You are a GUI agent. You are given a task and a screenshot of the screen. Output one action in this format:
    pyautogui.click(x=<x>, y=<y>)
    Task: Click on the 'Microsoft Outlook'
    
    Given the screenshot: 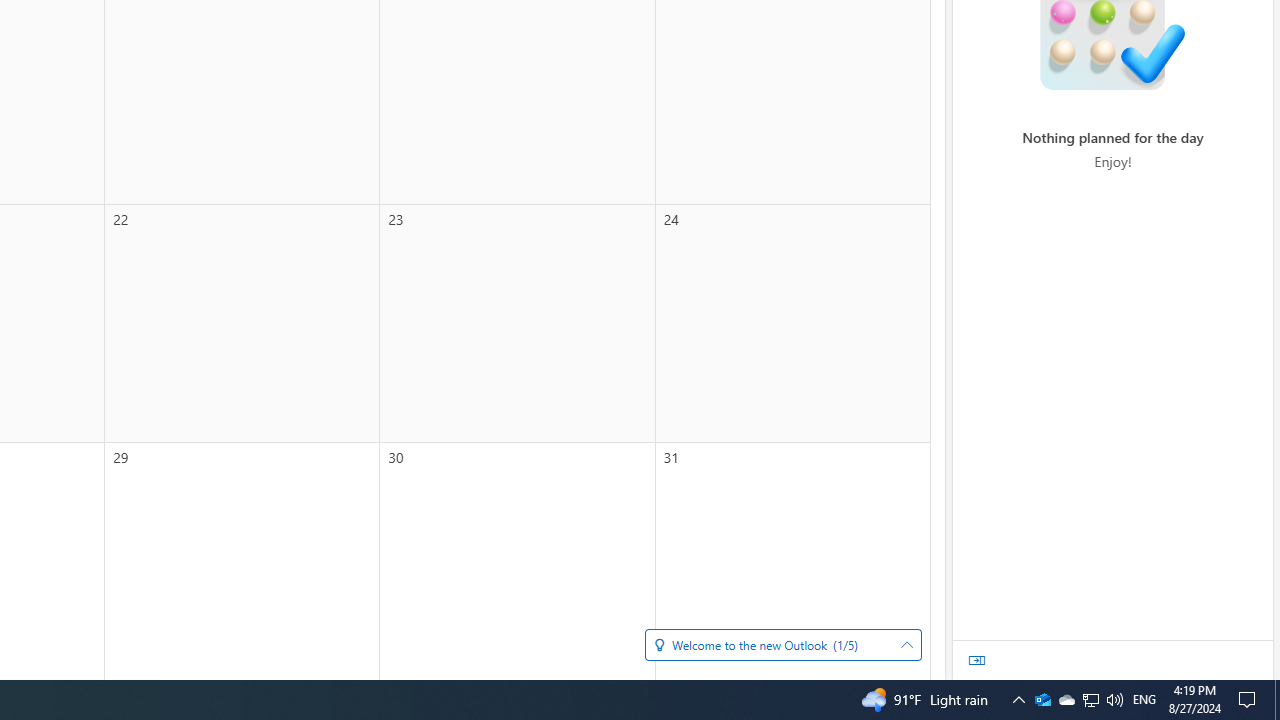 What is the action you would take?
    pyautogui.click(x=1041, y=698)
    